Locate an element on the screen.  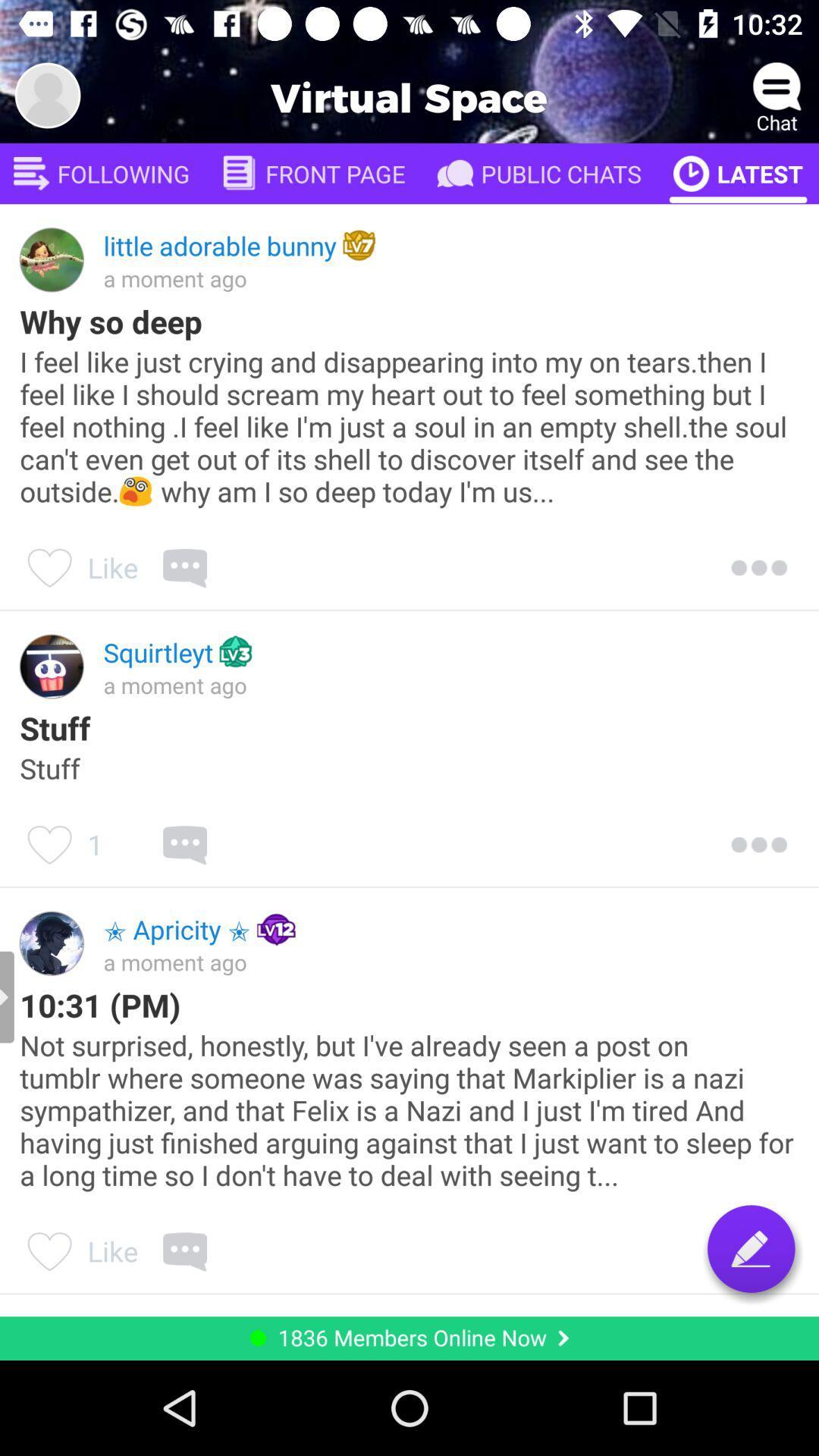
status is located at coordinates (751, 1248).